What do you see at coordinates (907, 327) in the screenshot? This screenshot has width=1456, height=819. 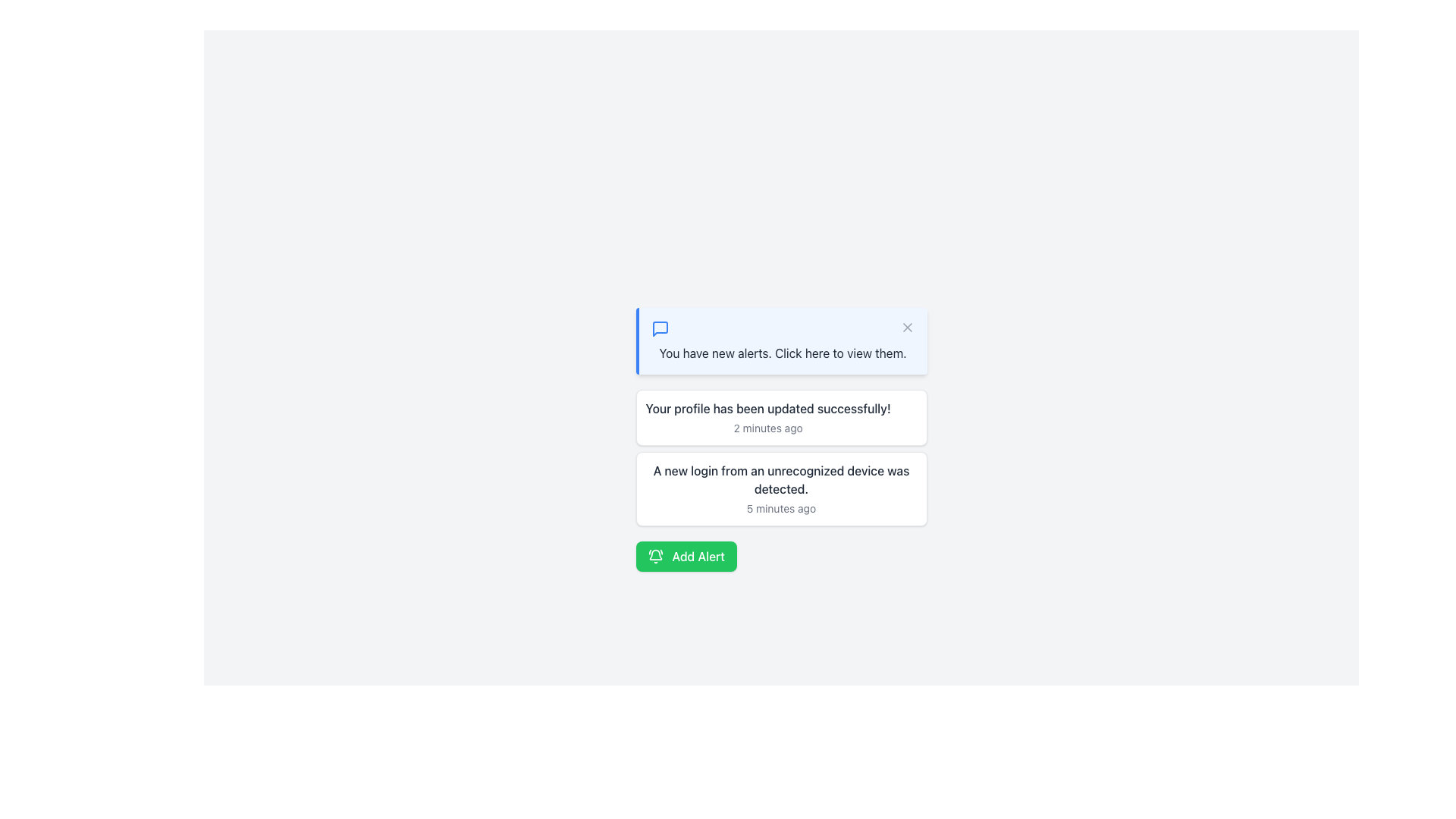 I see `the red slanted cross (X) icon located at the top-right corner of the light blue notification box` at bounding box center [907, 327].